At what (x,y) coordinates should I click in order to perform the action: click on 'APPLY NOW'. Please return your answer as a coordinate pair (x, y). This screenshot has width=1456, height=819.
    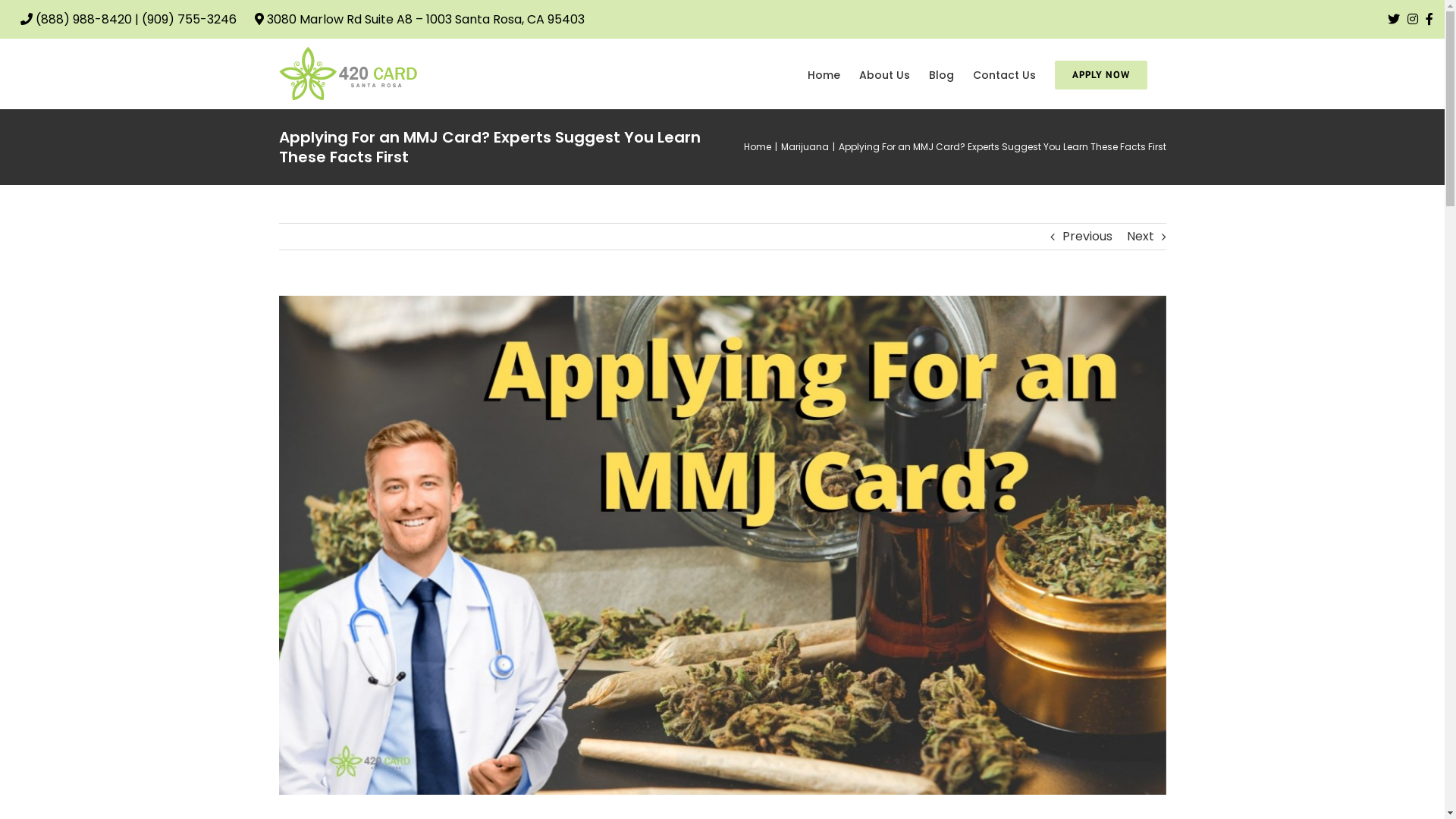
    Looking at the image, I should click on (1100, 74).